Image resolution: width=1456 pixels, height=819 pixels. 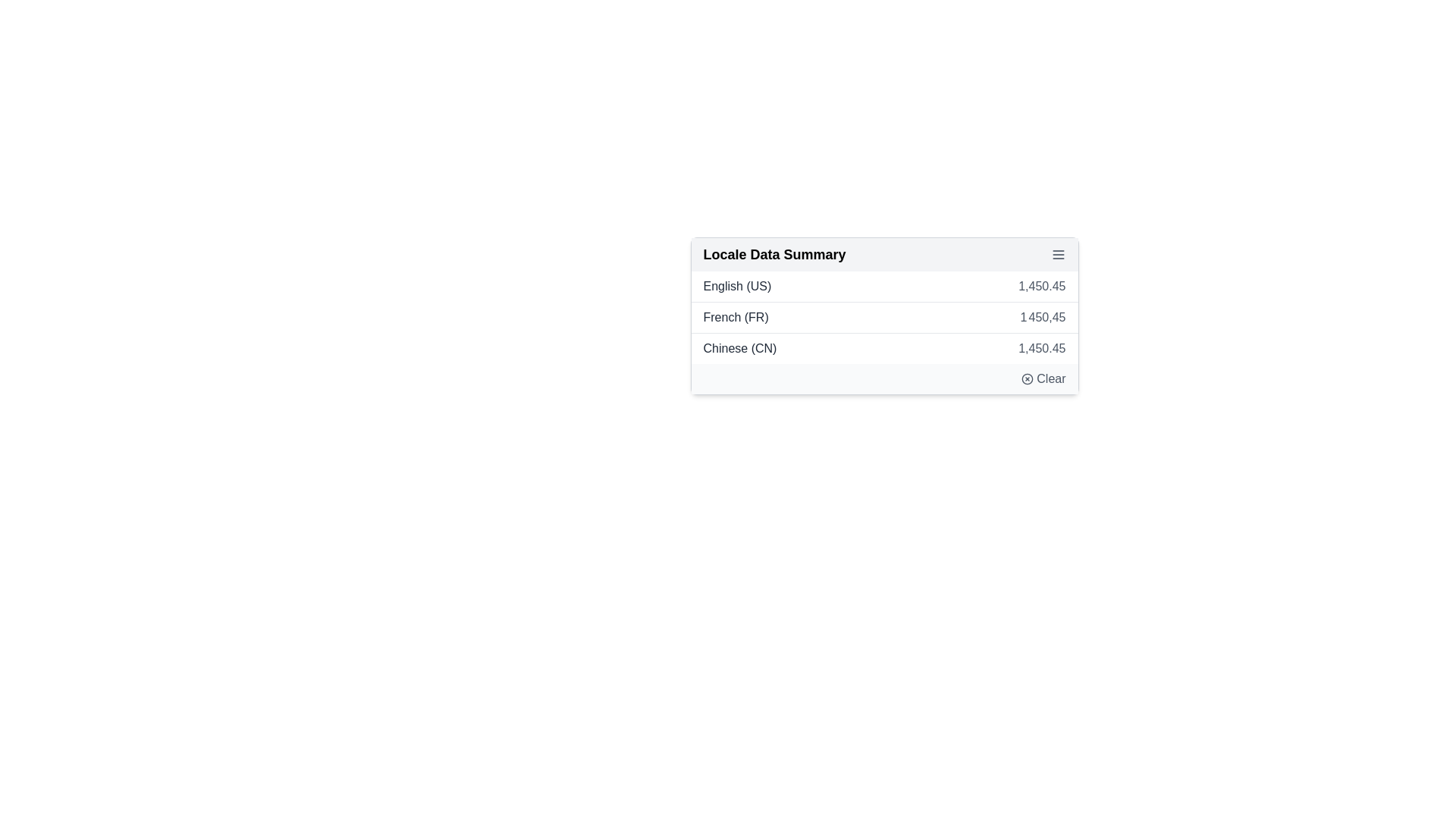 I want to click on the numeric value '1,450.45' displayed in gray, which is located to the right of the 'French (FR)' label in the 'Locale Data Summary' table, so click(x=1042, y=317).